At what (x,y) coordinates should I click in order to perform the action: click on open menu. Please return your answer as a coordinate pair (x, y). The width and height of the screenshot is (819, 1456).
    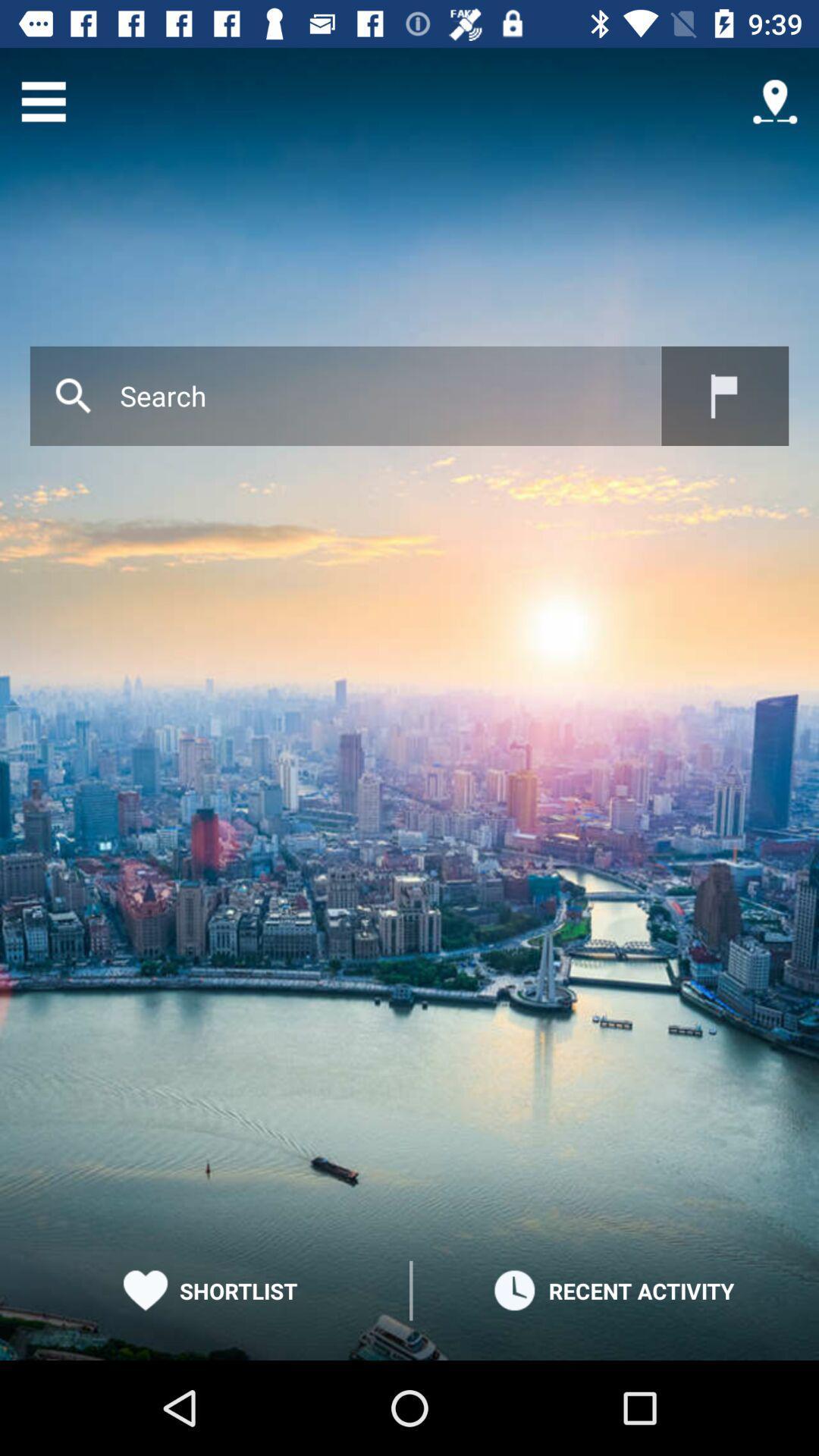
    Looking at the image, I should click on (42, 101).